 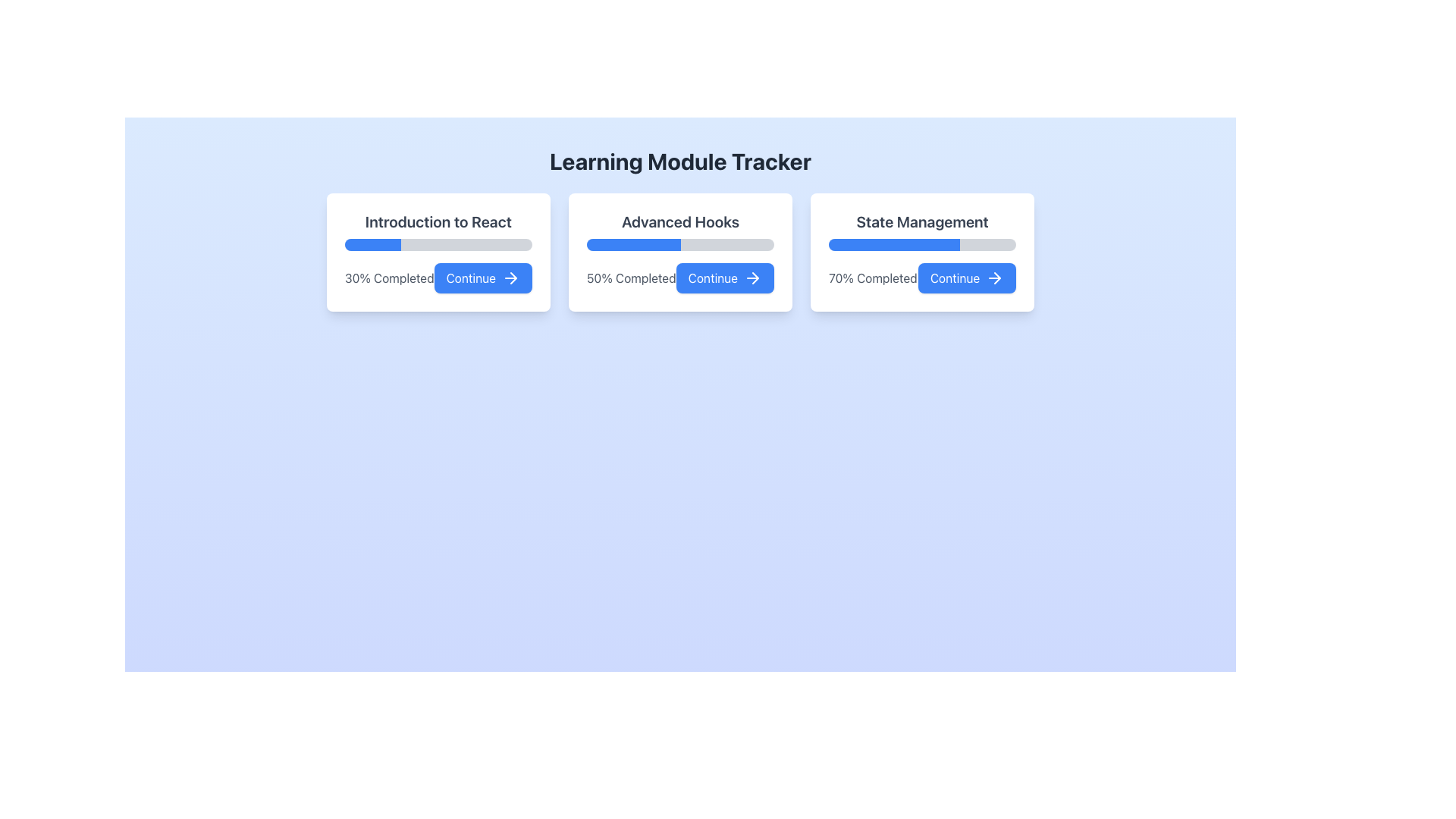 What do you see at coordinates (372, 244) in the screenshot?
I see `the filled portion of the progress bar indicating 30% progress located at the top of the card labeled 'Introduction to React'` at bounding box center [372, 244].